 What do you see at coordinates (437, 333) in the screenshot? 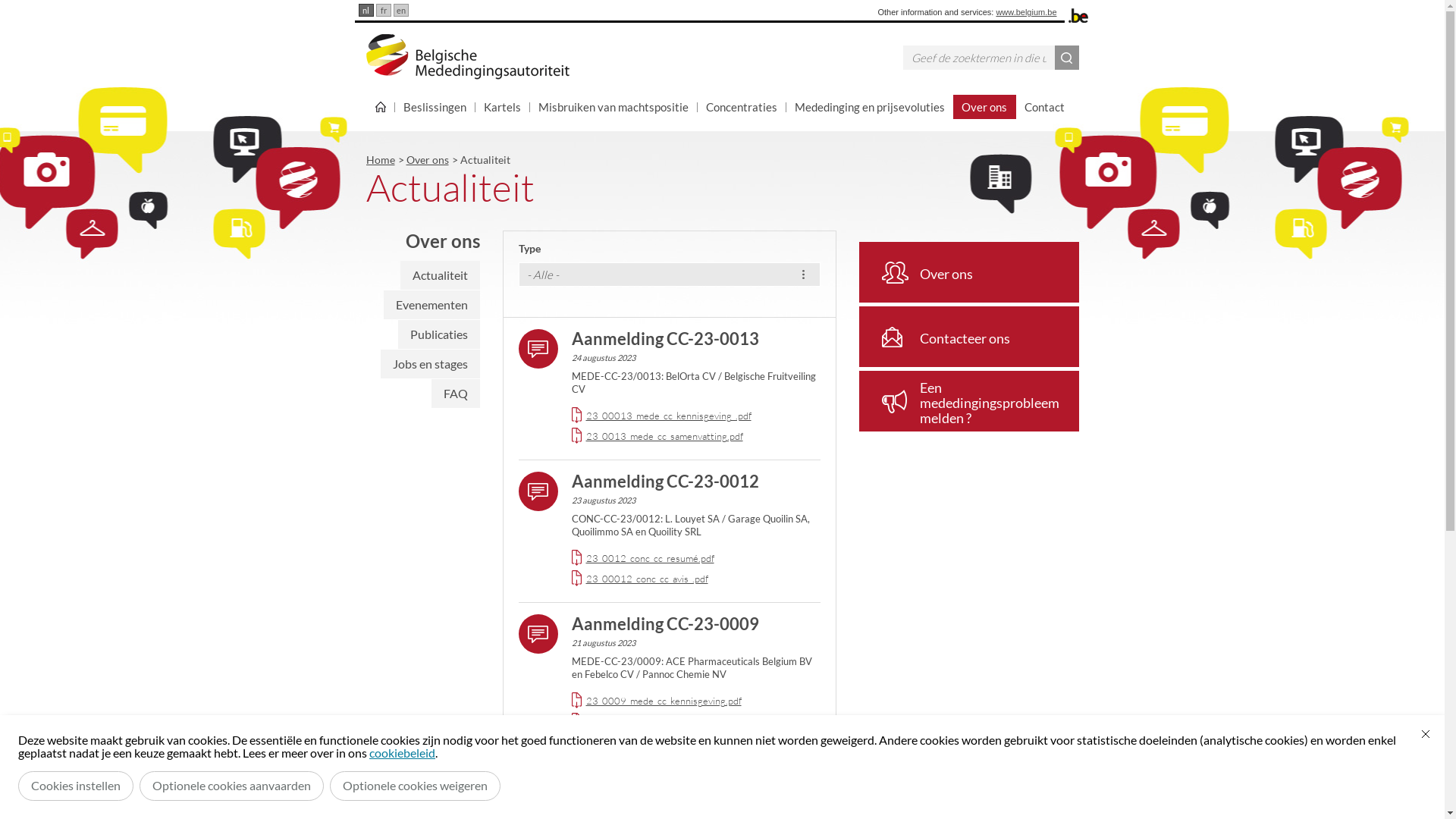
I see `'Publicaties'` at bounding box center [437, 333].